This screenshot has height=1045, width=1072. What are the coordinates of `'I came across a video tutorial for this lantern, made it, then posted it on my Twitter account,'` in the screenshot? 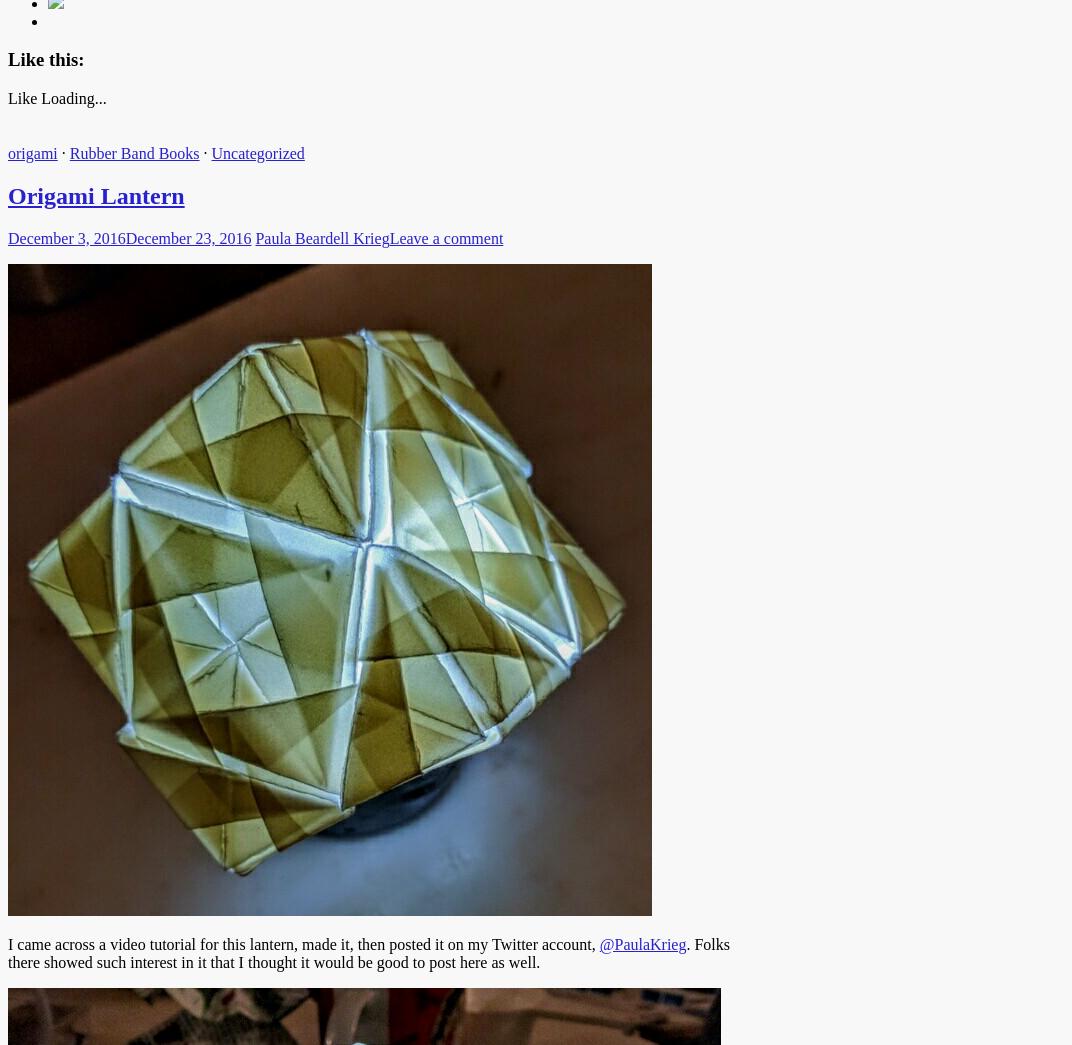 It's located at (302, 942).